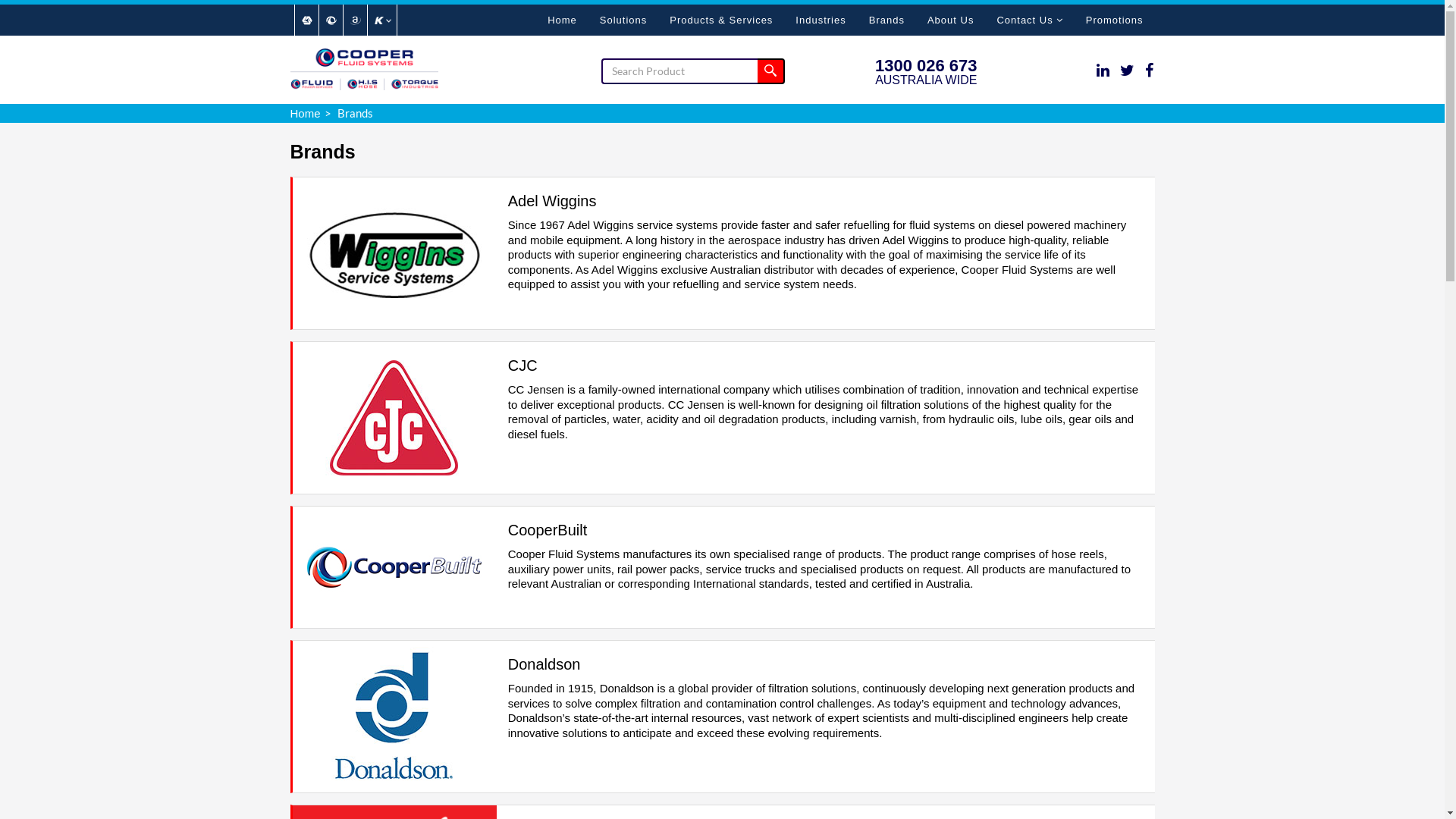  Describe the element at coordinates (886, 20) in the screenshot. I see `'Brands'` at that location.